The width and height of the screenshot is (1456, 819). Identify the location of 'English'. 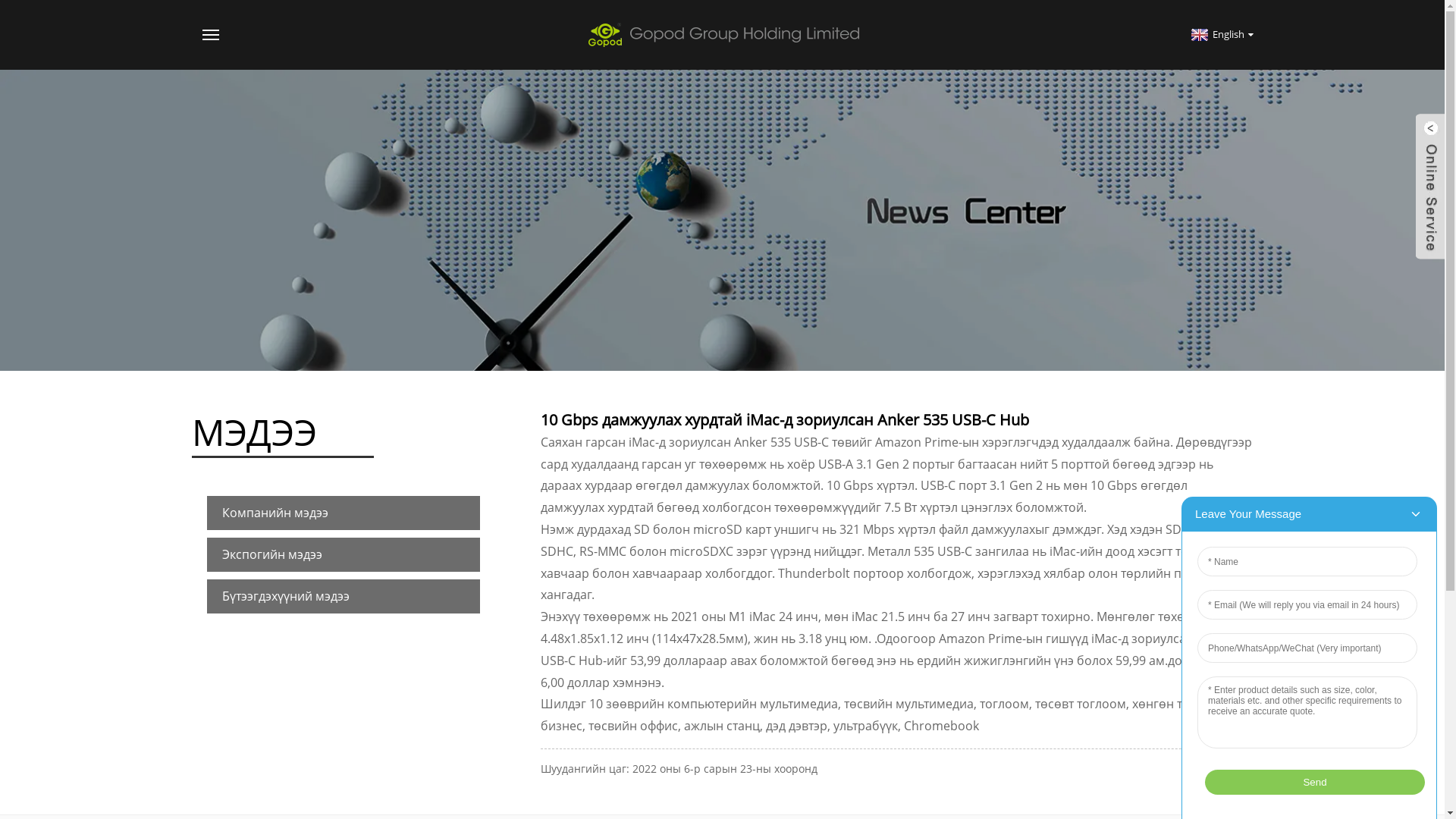
(1220, 34).